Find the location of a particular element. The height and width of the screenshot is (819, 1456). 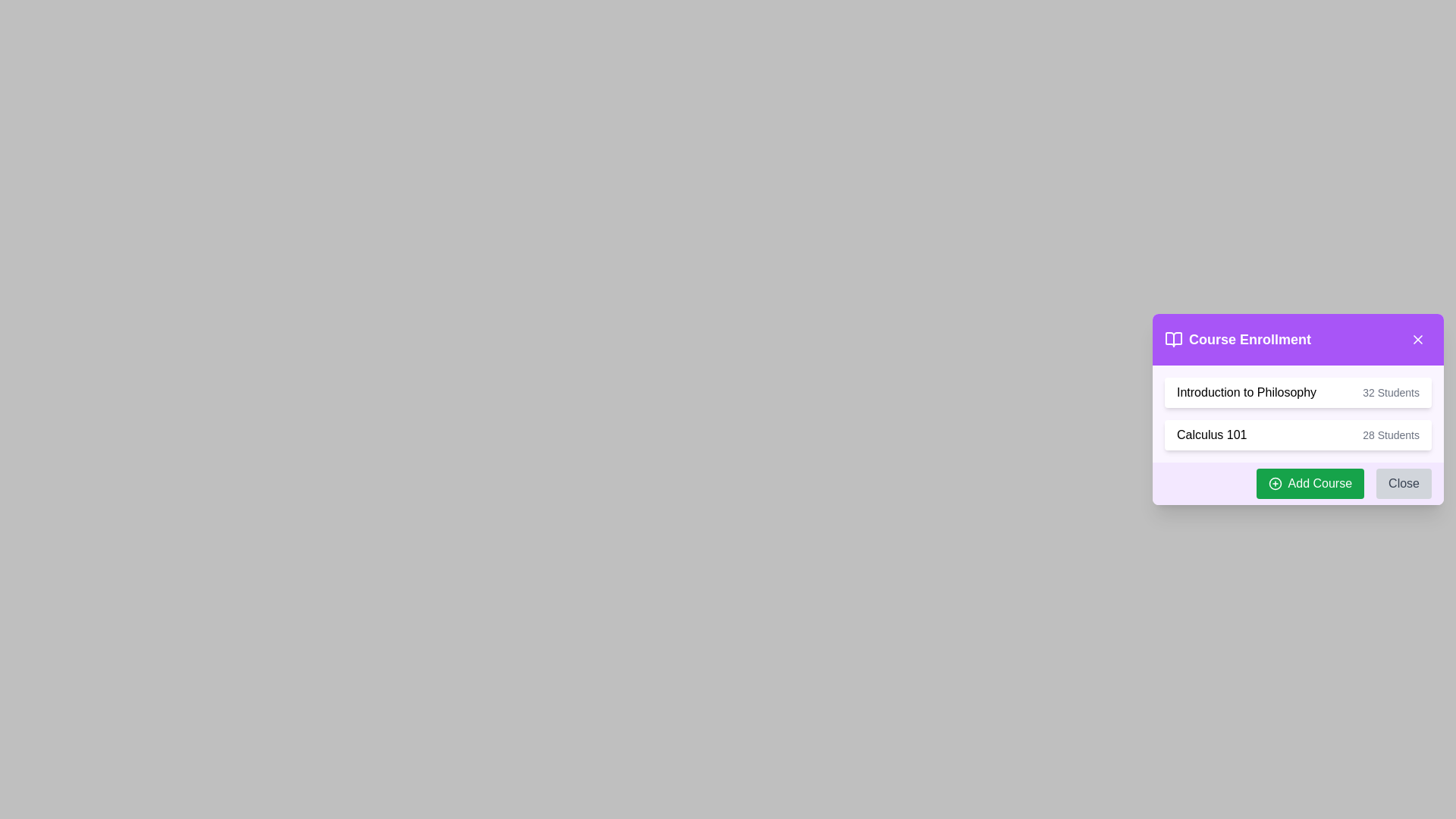

the small circular plus icon with a green background located inside the green 'Add Course' button in the bottom right portion of the pop-up panel is located at coordinates (1274, 483).